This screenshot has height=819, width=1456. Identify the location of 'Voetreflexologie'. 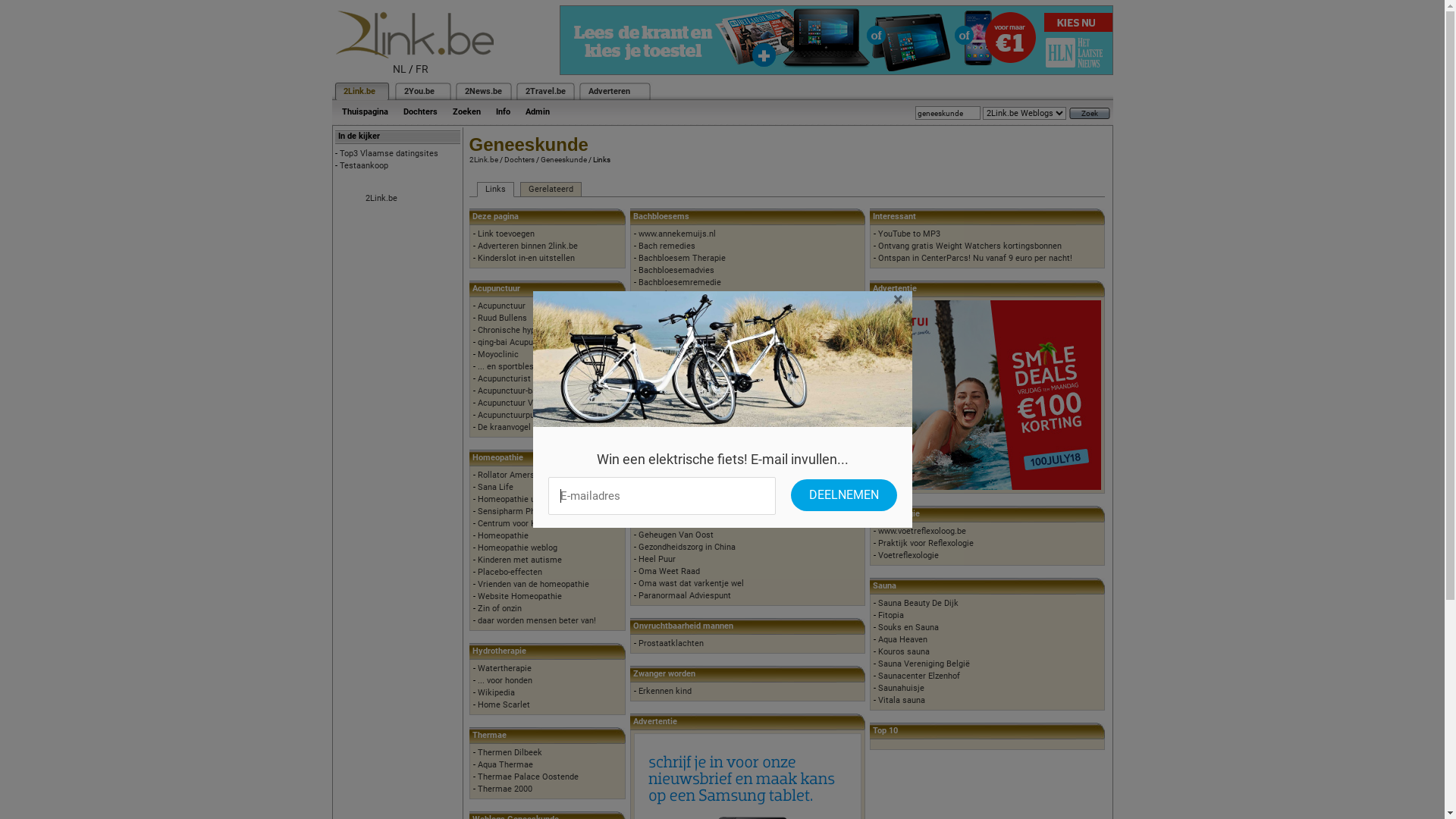
(877, 555).